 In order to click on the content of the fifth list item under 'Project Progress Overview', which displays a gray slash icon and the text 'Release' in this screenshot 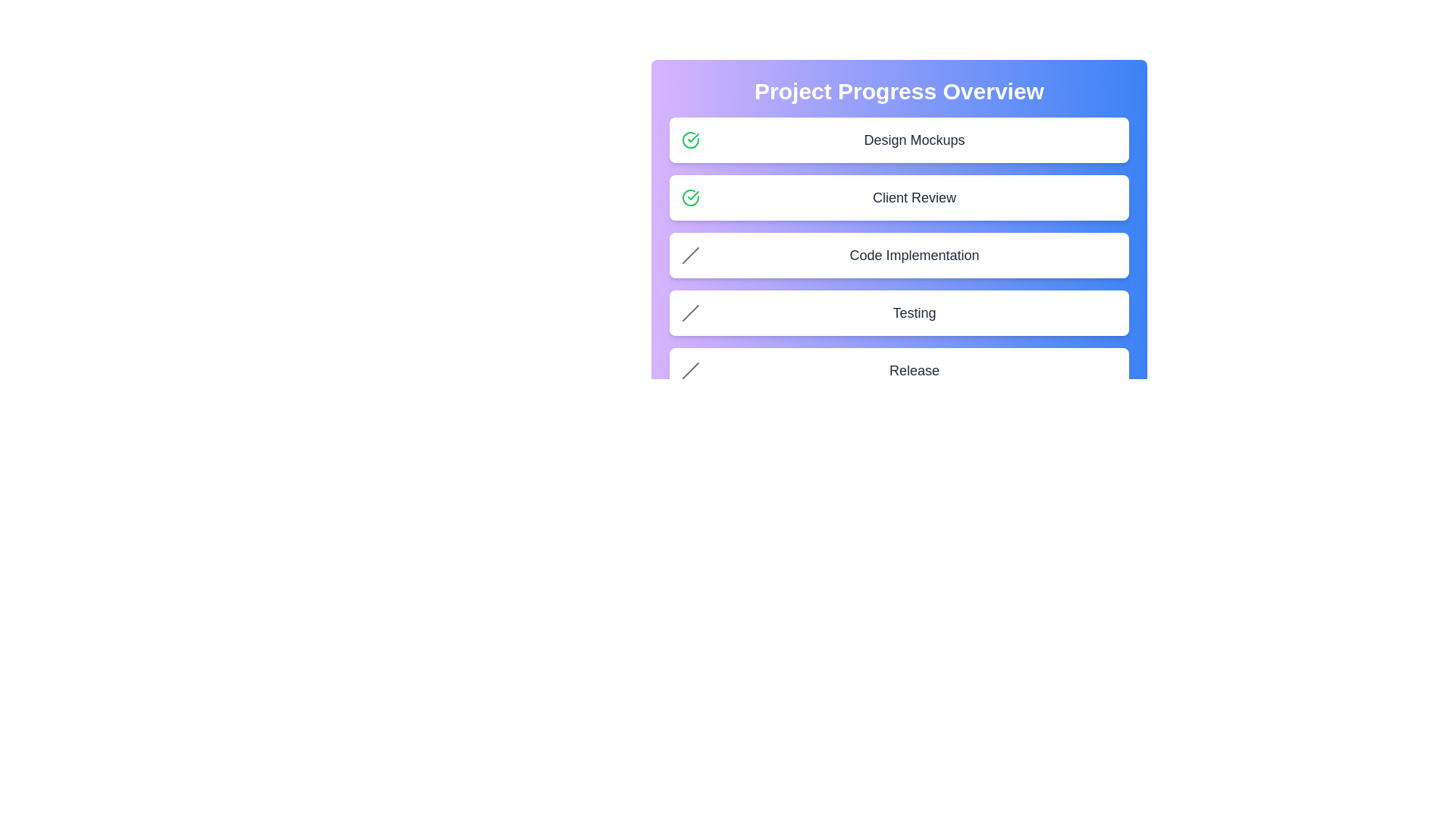, I will do `click(899, 371)`.